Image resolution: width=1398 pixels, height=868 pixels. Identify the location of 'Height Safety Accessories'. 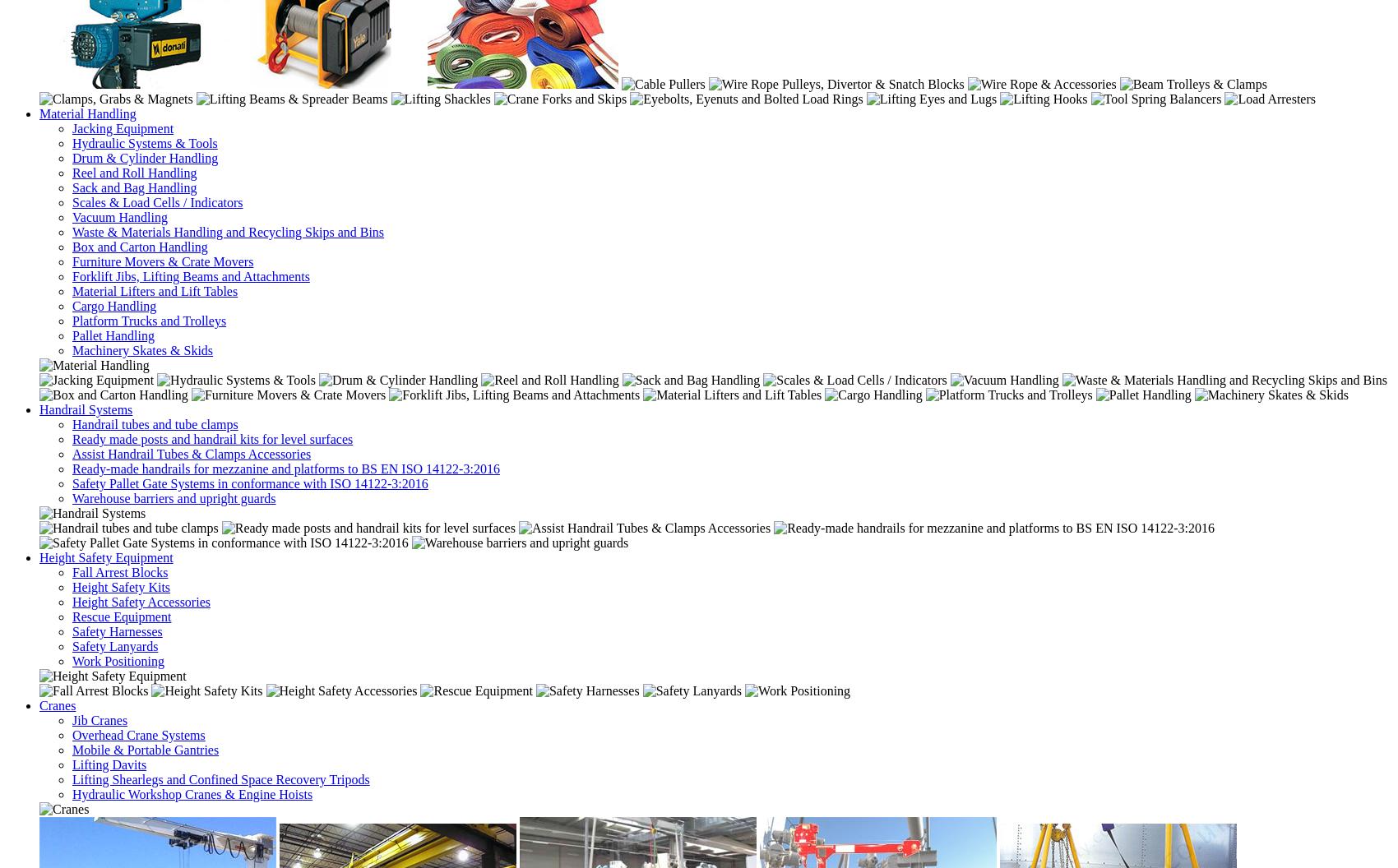
(140, 600).